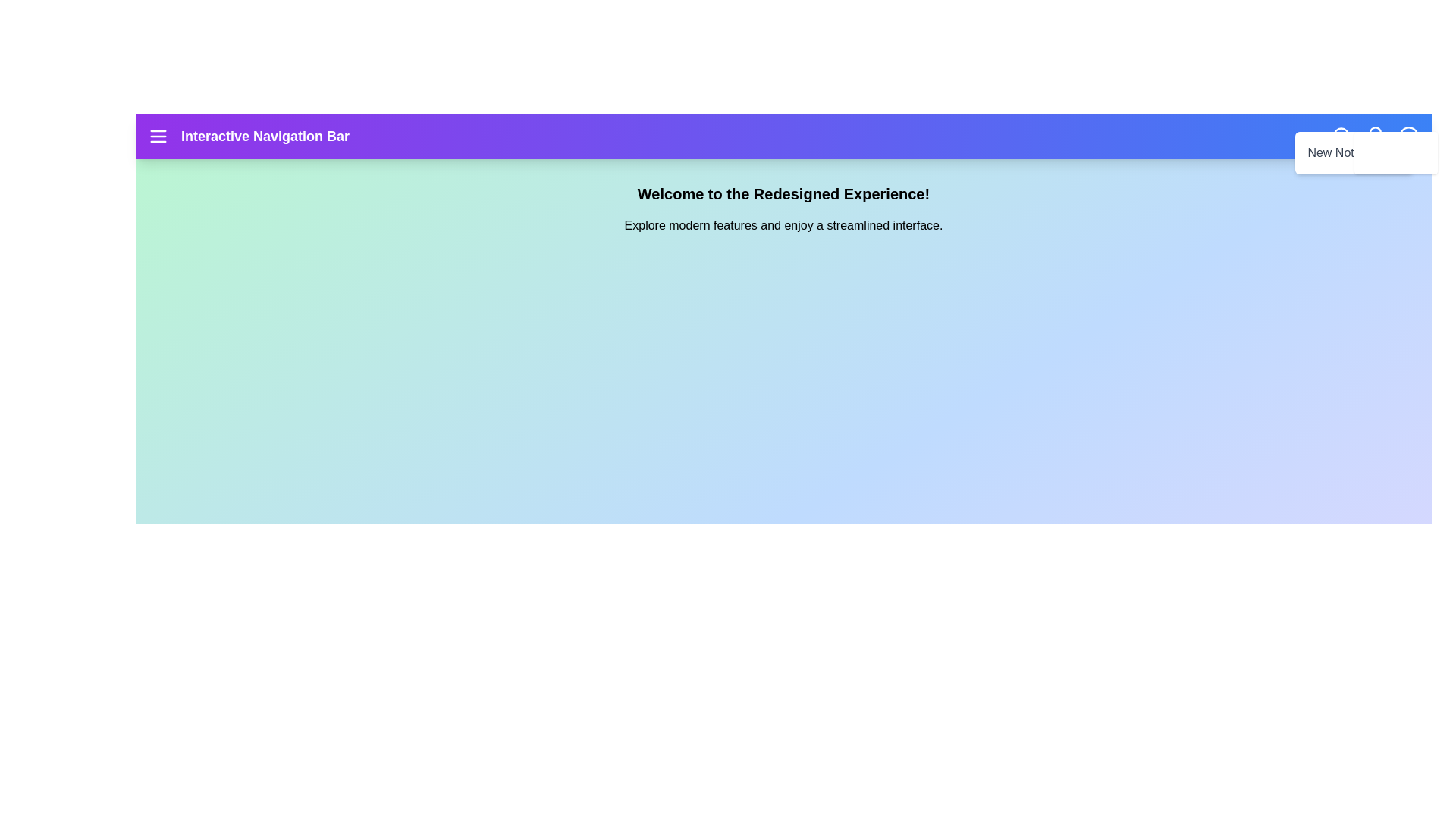  What do you see at coordinates (783, 193) in the screenshot?
I see `the welcome text to focus on it` at bounding box center [783, 193].